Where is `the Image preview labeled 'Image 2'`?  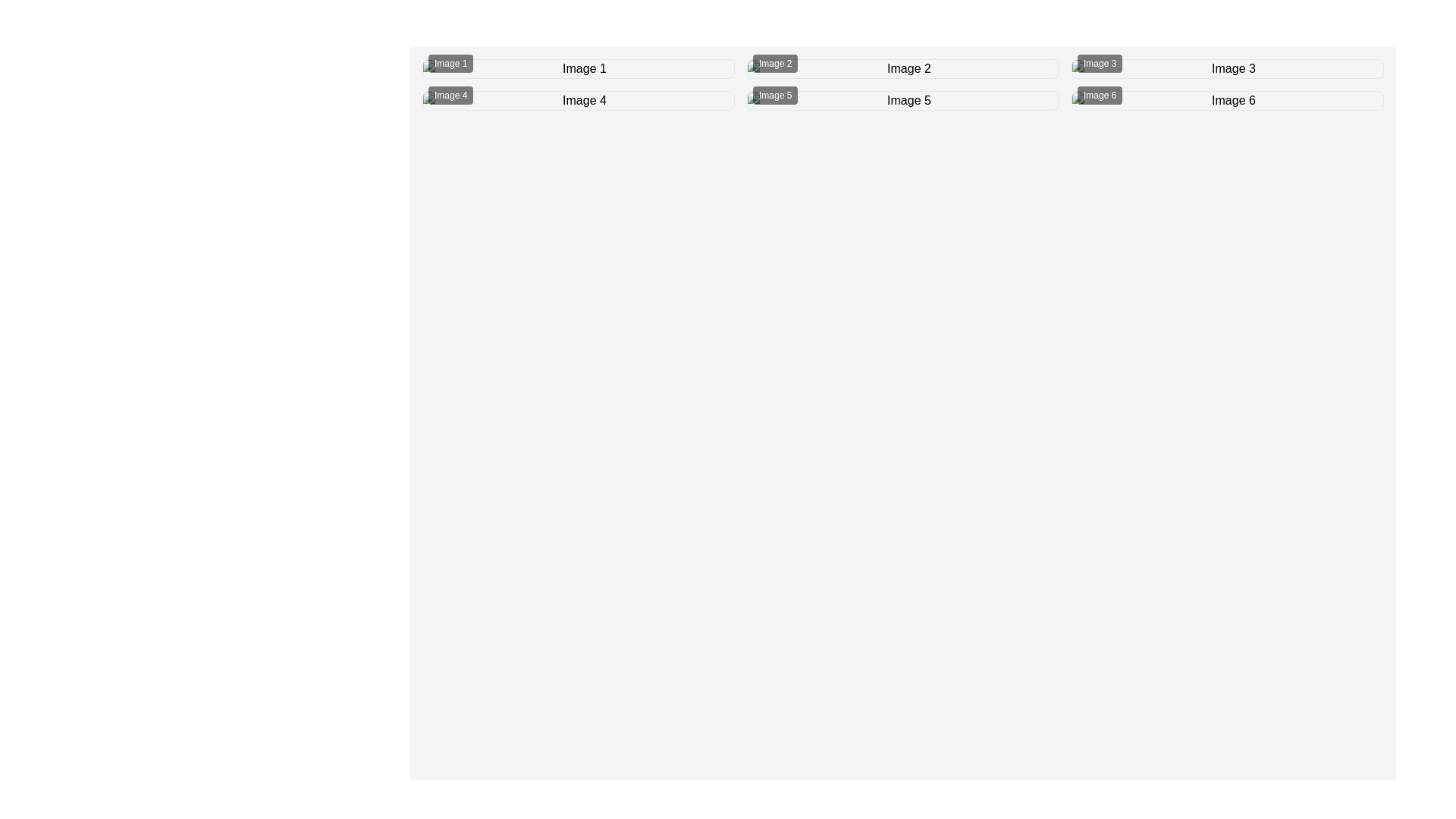
the Image preview labeled 'Image 2' is located at coordinates (902, 69).